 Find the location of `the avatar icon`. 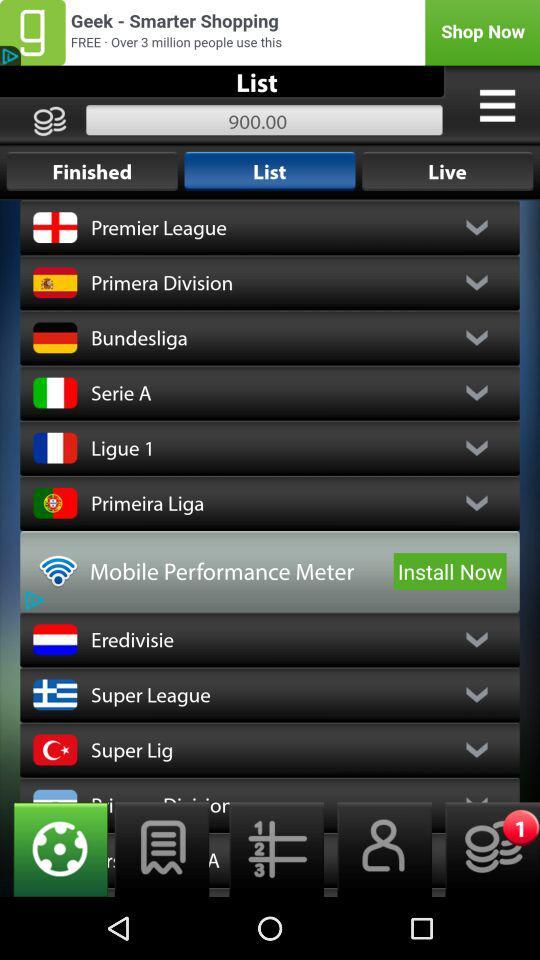

the avatar icon is located at coordinates (378, 909).